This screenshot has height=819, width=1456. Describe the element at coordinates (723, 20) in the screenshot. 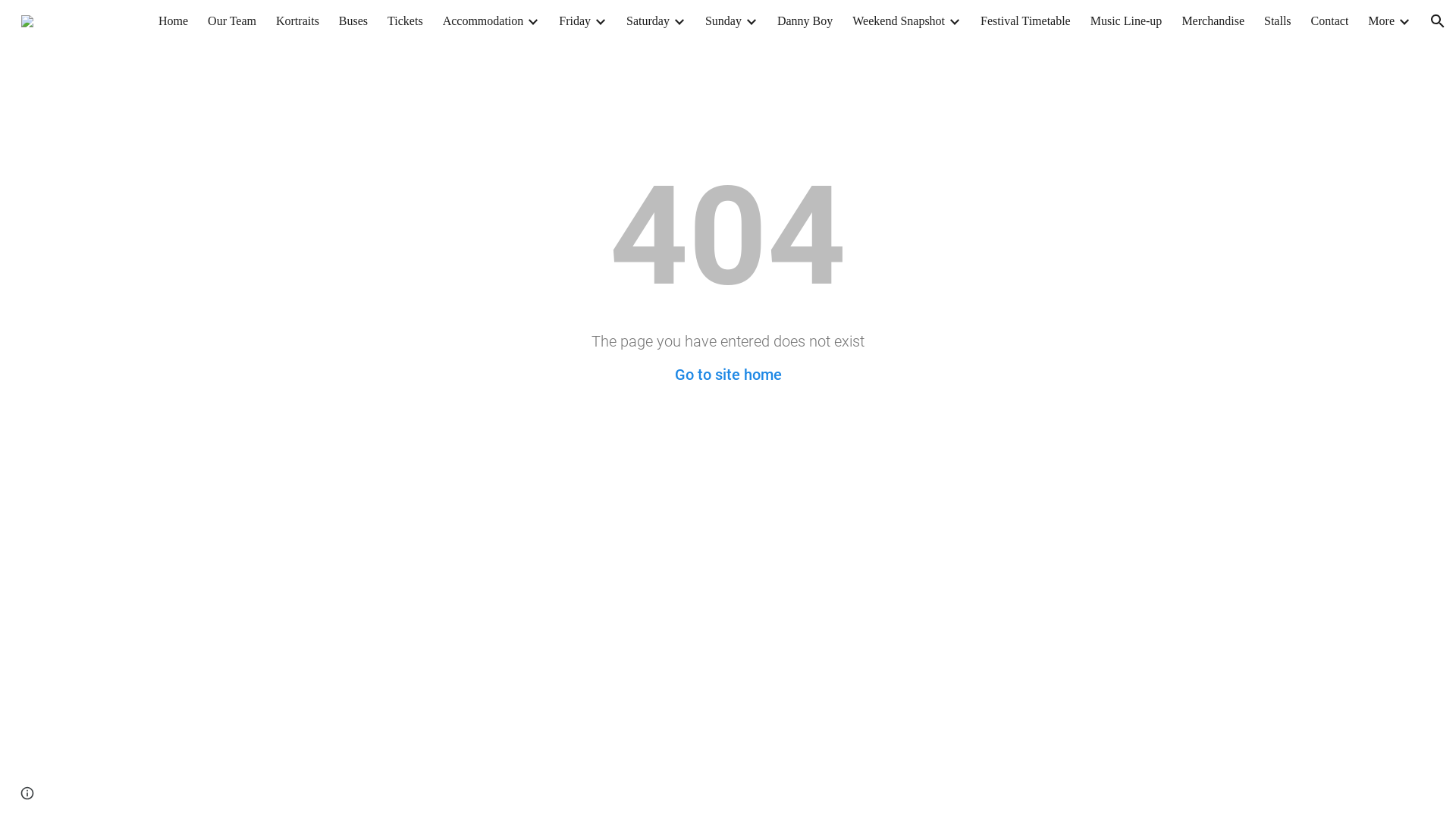

I see `'Sunday'` at that location.